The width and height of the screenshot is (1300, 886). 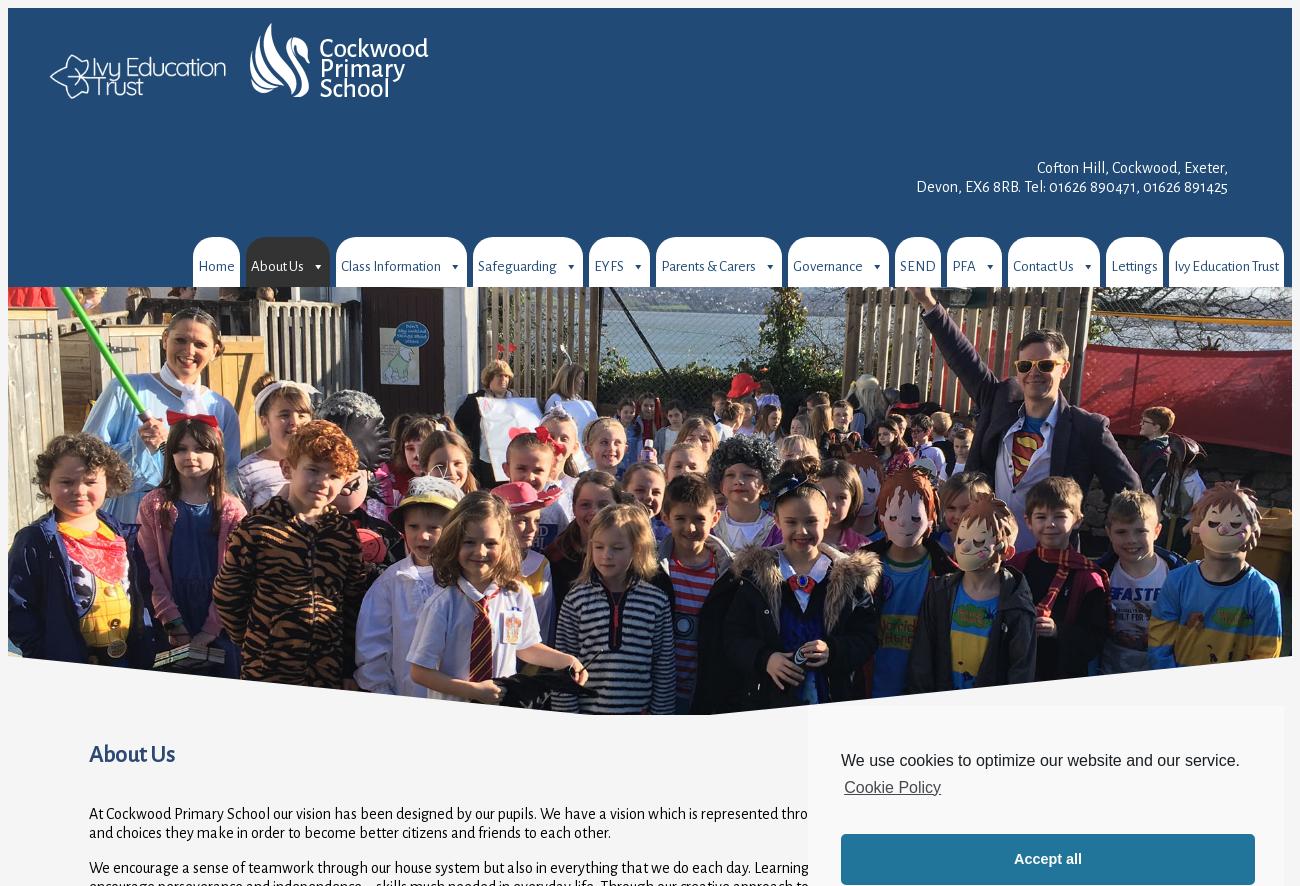 What do you see at coordinates (1225, 266) in the screenshot?
I see `'Ivy Education Trust'` at bounding box center [1225, 266].